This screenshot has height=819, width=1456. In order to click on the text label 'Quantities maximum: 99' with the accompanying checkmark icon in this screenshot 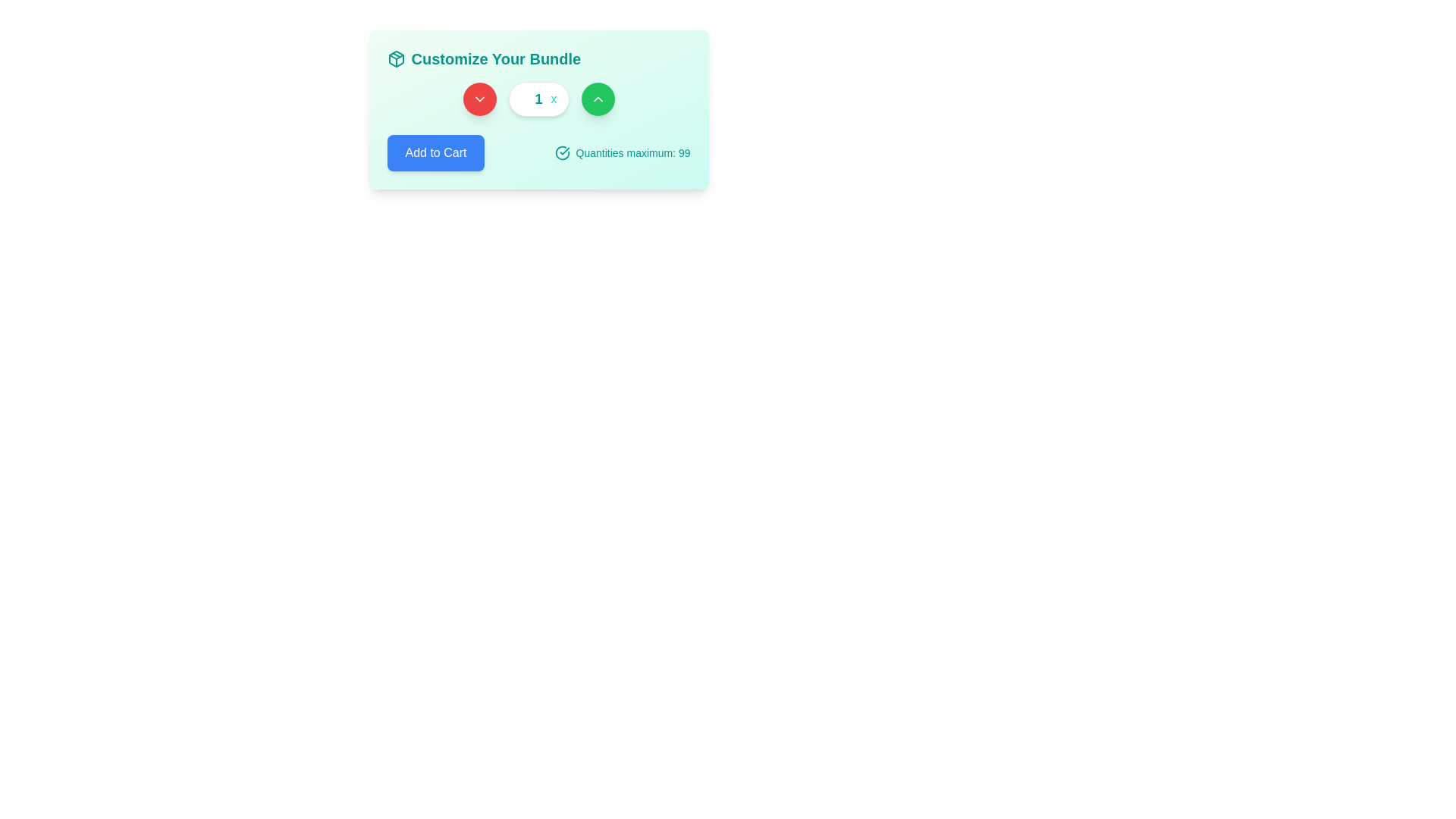, I will do `click(622, 152)`.